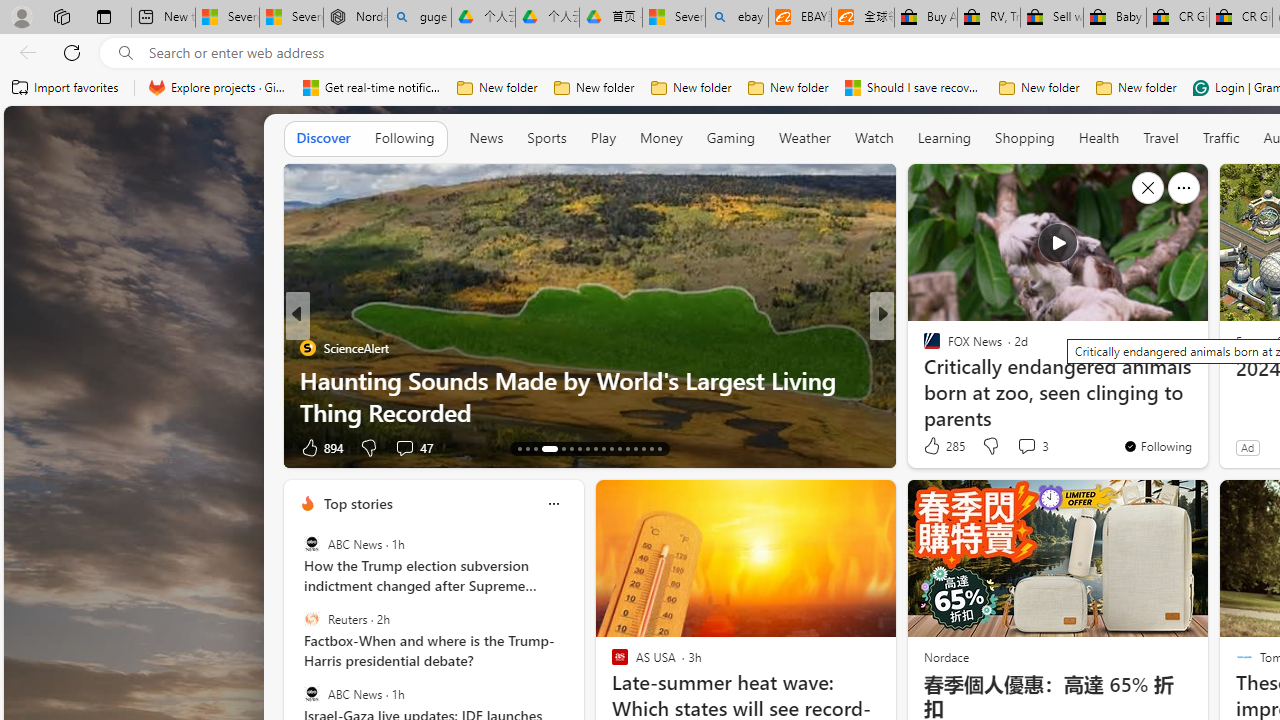 The width and height of the screenshot is (1280, 720). What do you see at coordinates (618, 447) in the screenshot?
I see `'AutomationID: tab-24'` at bounding box center [618, 447].